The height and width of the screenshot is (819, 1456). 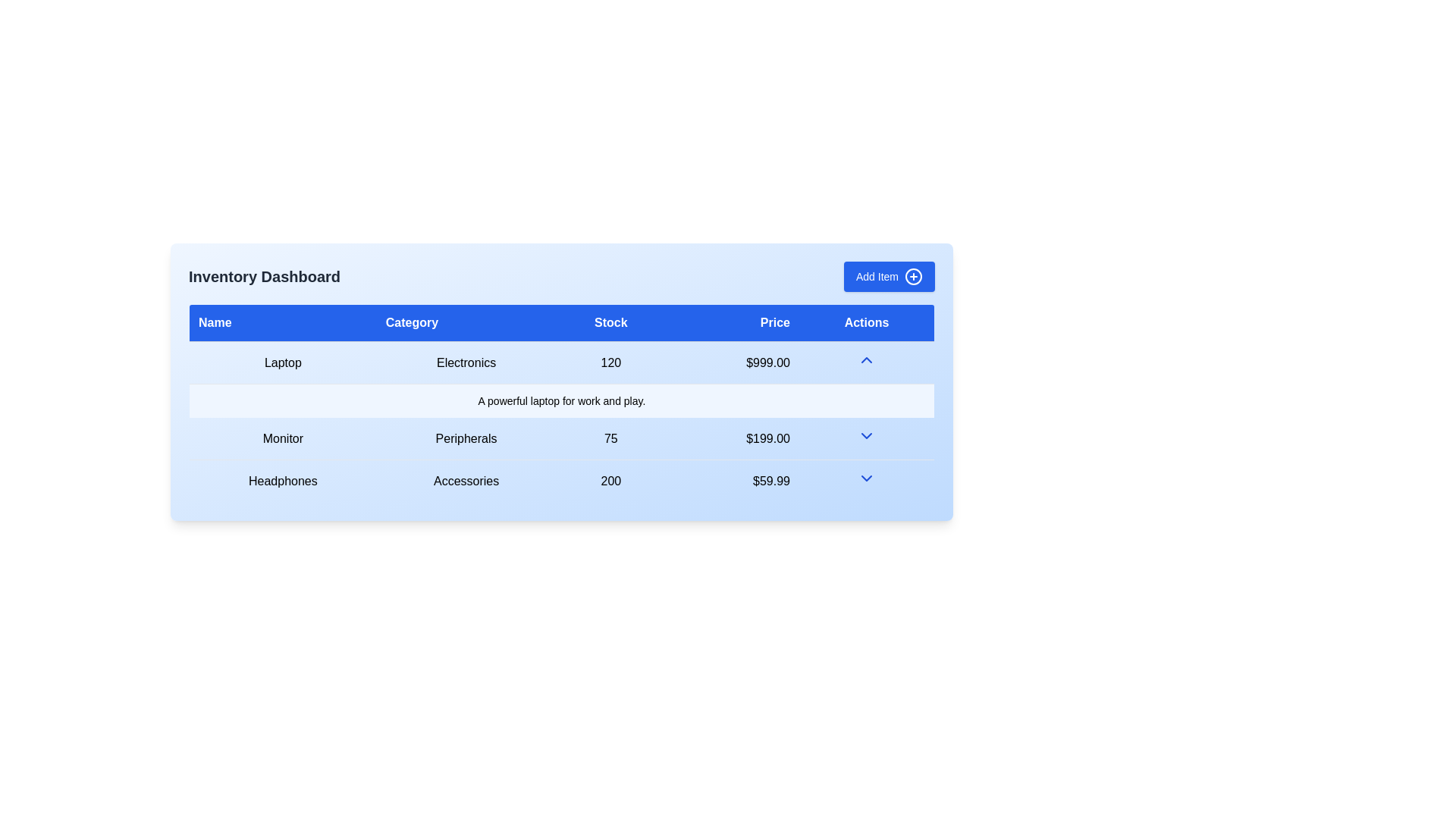 What do you see at coordinates (560, 480) in the screenshot?
I see `to select the third row in the table which provides details about the product 'Headphones'` at bounding box center [560, 480].